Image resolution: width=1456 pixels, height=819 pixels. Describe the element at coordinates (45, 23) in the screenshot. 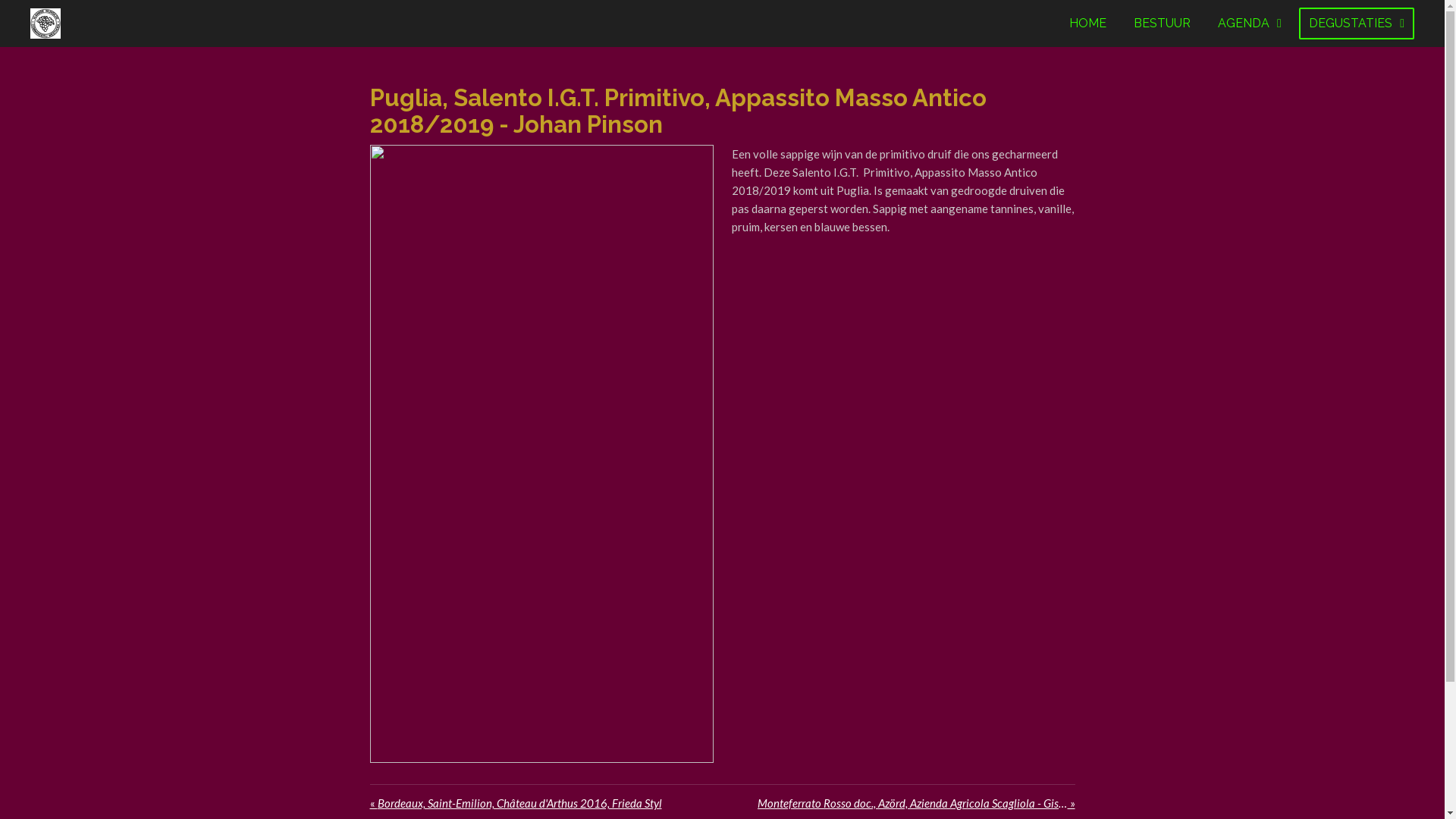

I see `'Commanderij Westhoek'` at that location.